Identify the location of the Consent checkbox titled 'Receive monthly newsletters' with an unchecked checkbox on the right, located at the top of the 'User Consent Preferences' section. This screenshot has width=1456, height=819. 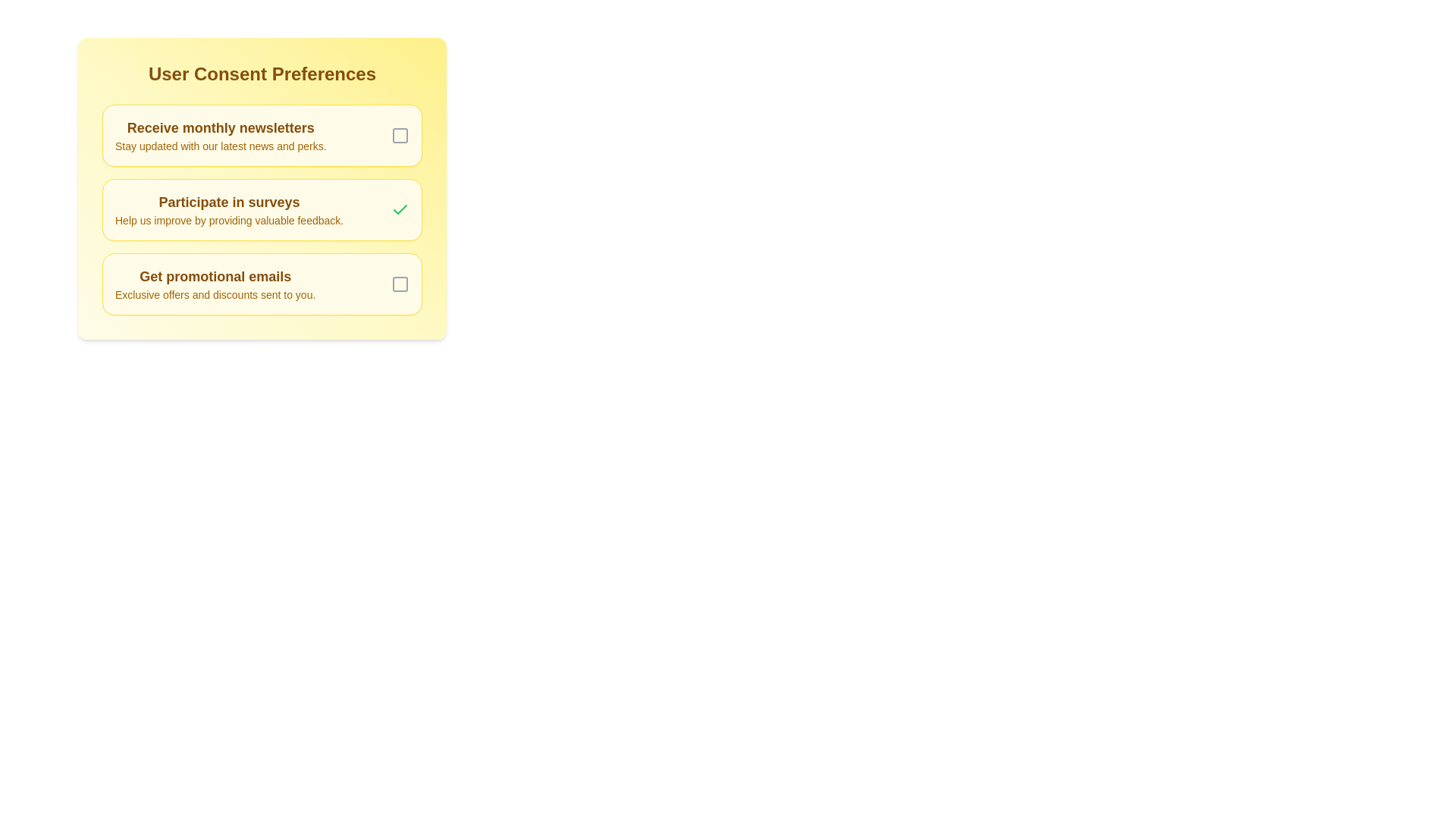
(262, 134).